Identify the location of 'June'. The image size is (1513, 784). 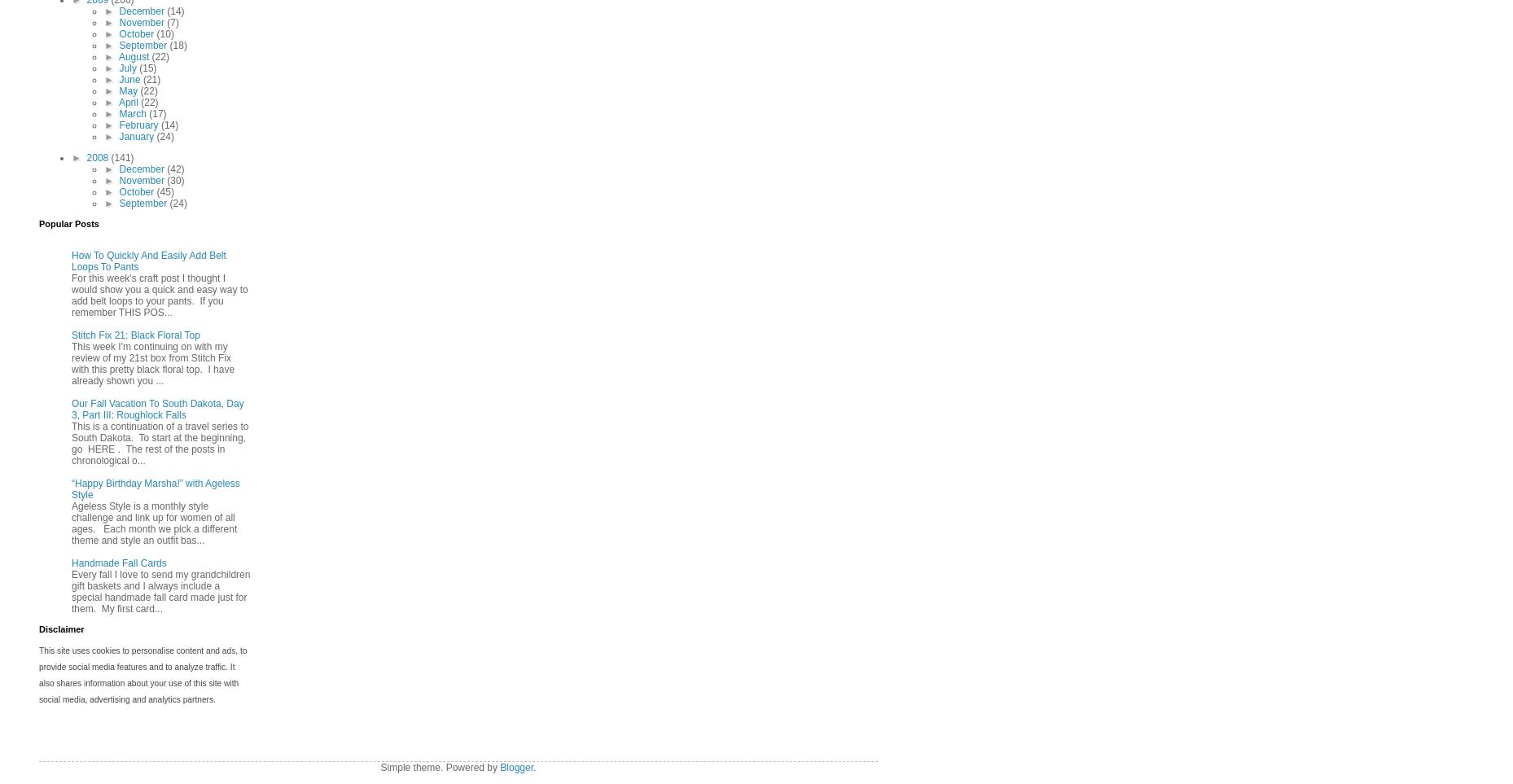
(119, 79).